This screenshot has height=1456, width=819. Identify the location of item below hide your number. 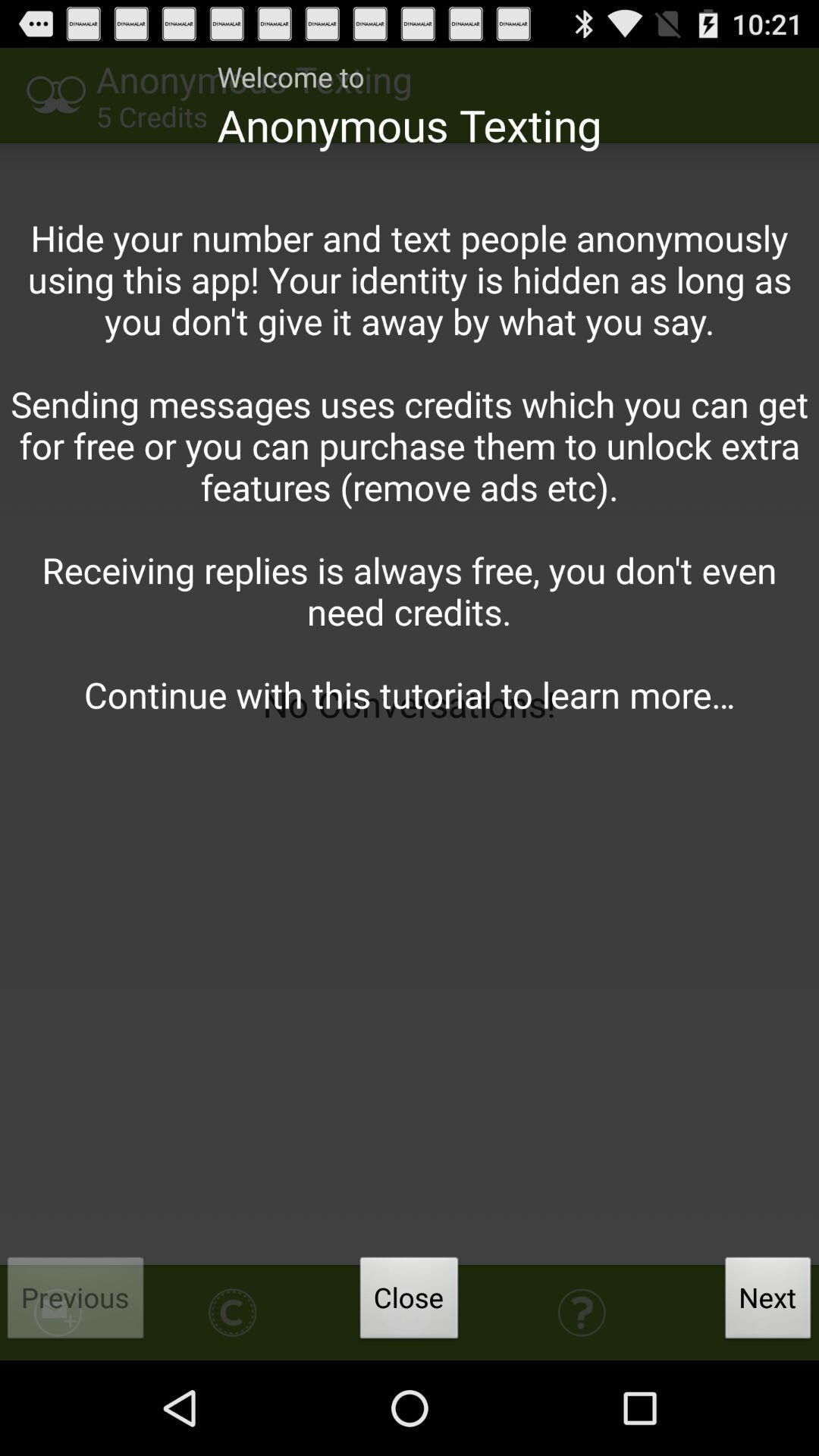
(409, 1301).